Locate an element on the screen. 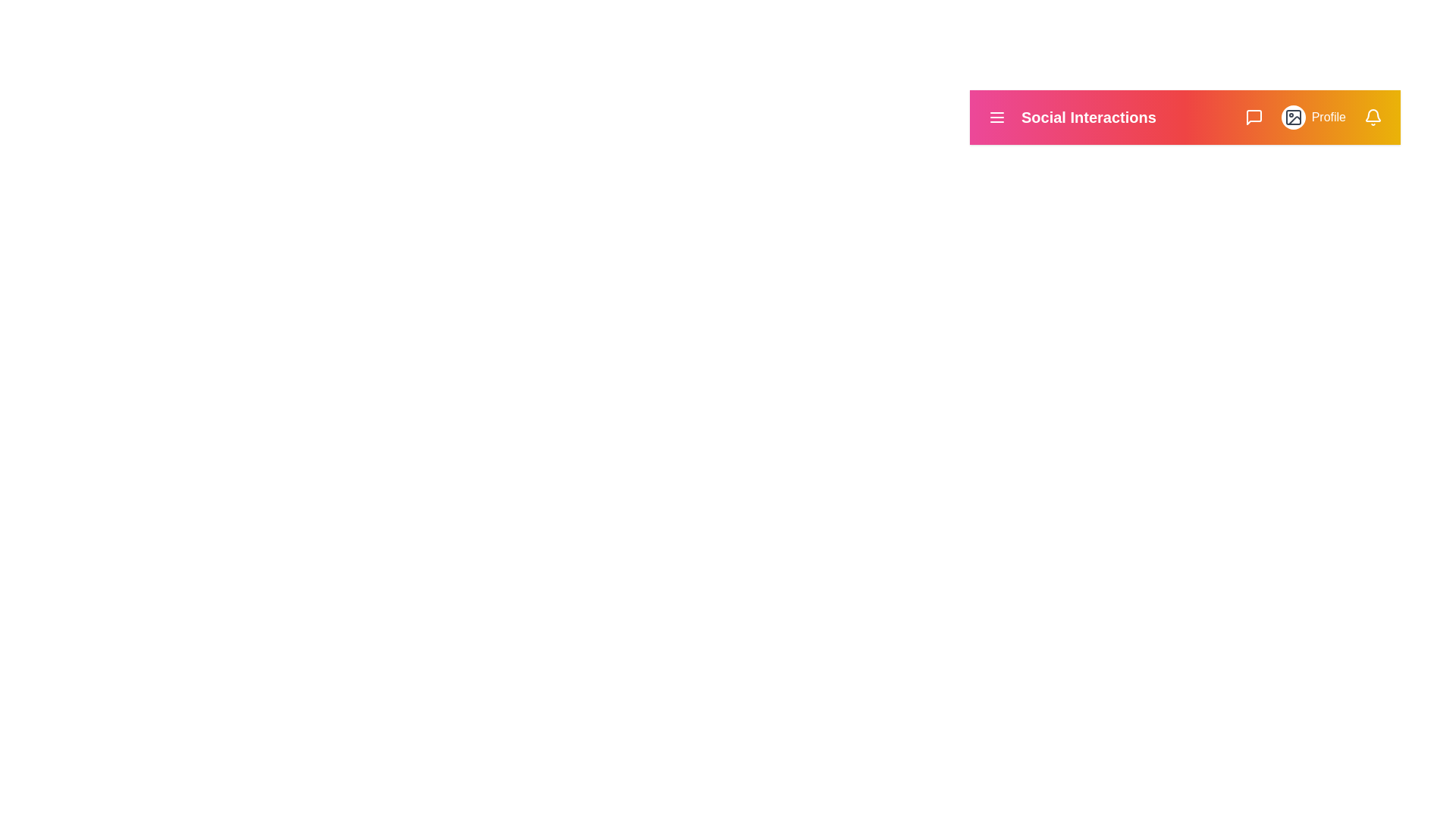 Image resolution: width=1456 pixels, height=819 pixels. the navigation menu icon is located at coordinates (997, 116).